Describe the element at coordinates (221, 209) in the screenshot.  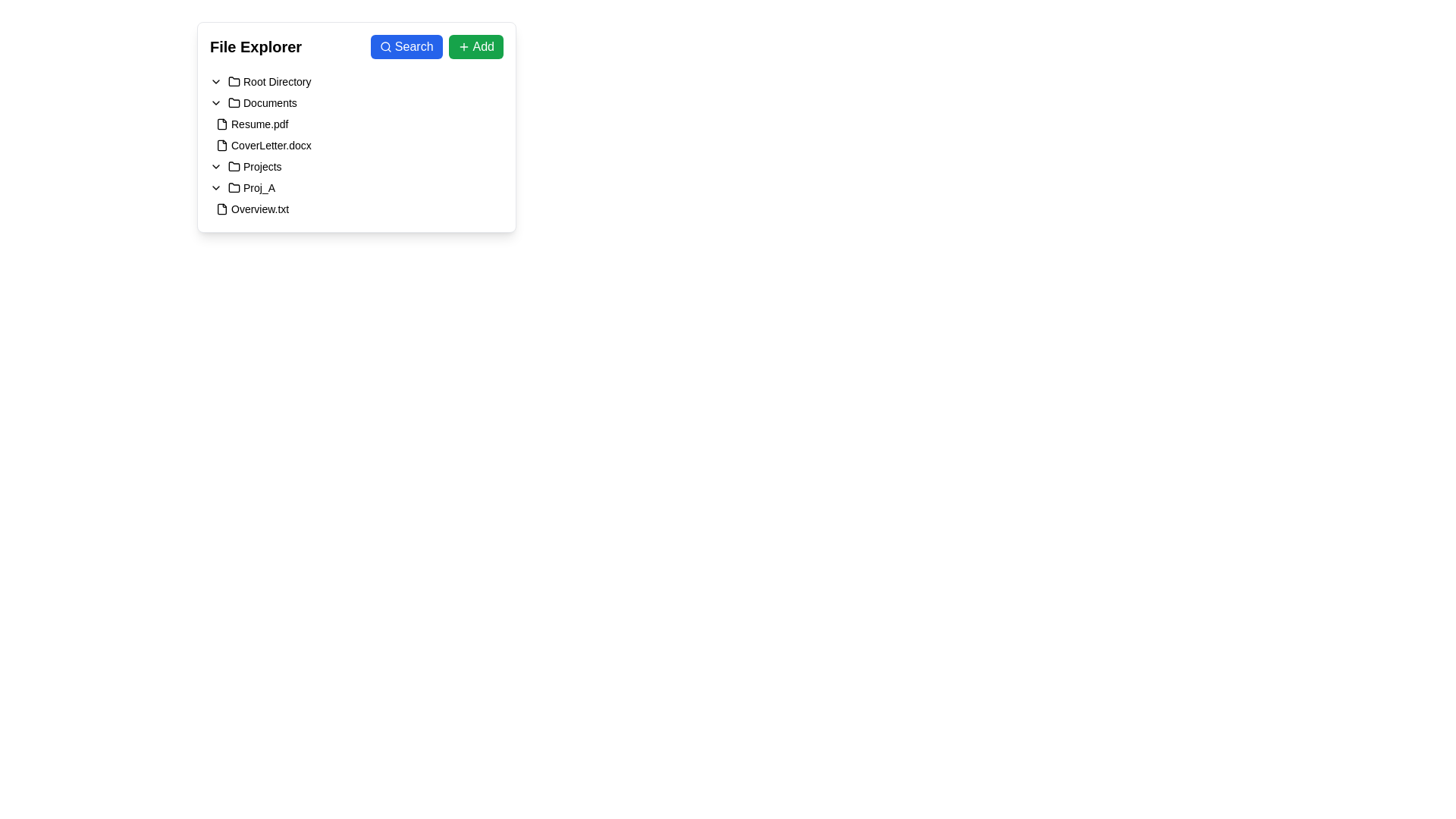
I see `the file icon that resembles a document with a folded corner, located to the left of the text 'Overview.txt' in the file hierarchy under the folder 'Proj_A'` at that location.